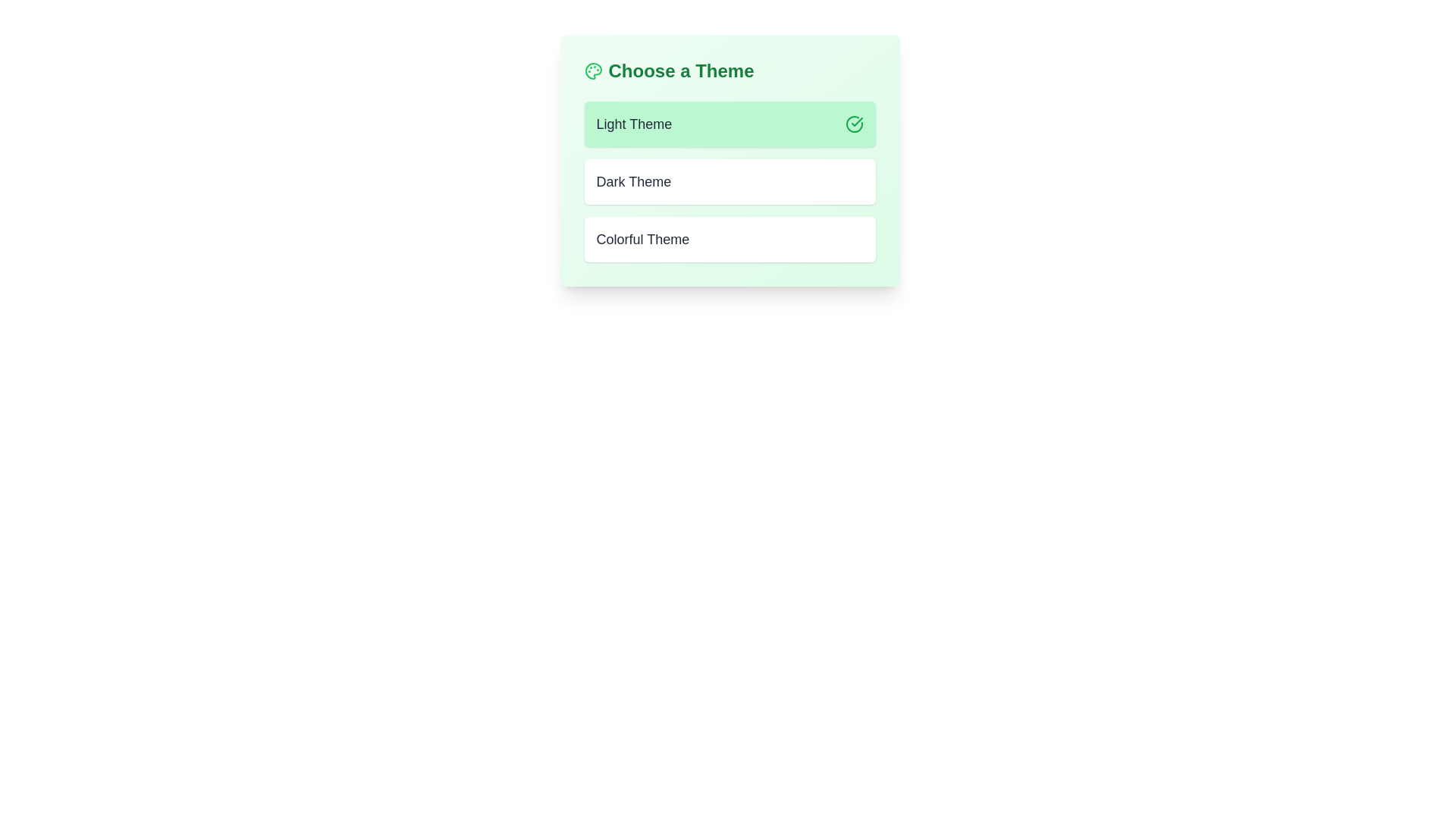  I want to click on the decorative SVG vector icon adjacent to the 'Choose a Theme' title in the upper-left corner of the interface, so click(592, 71).